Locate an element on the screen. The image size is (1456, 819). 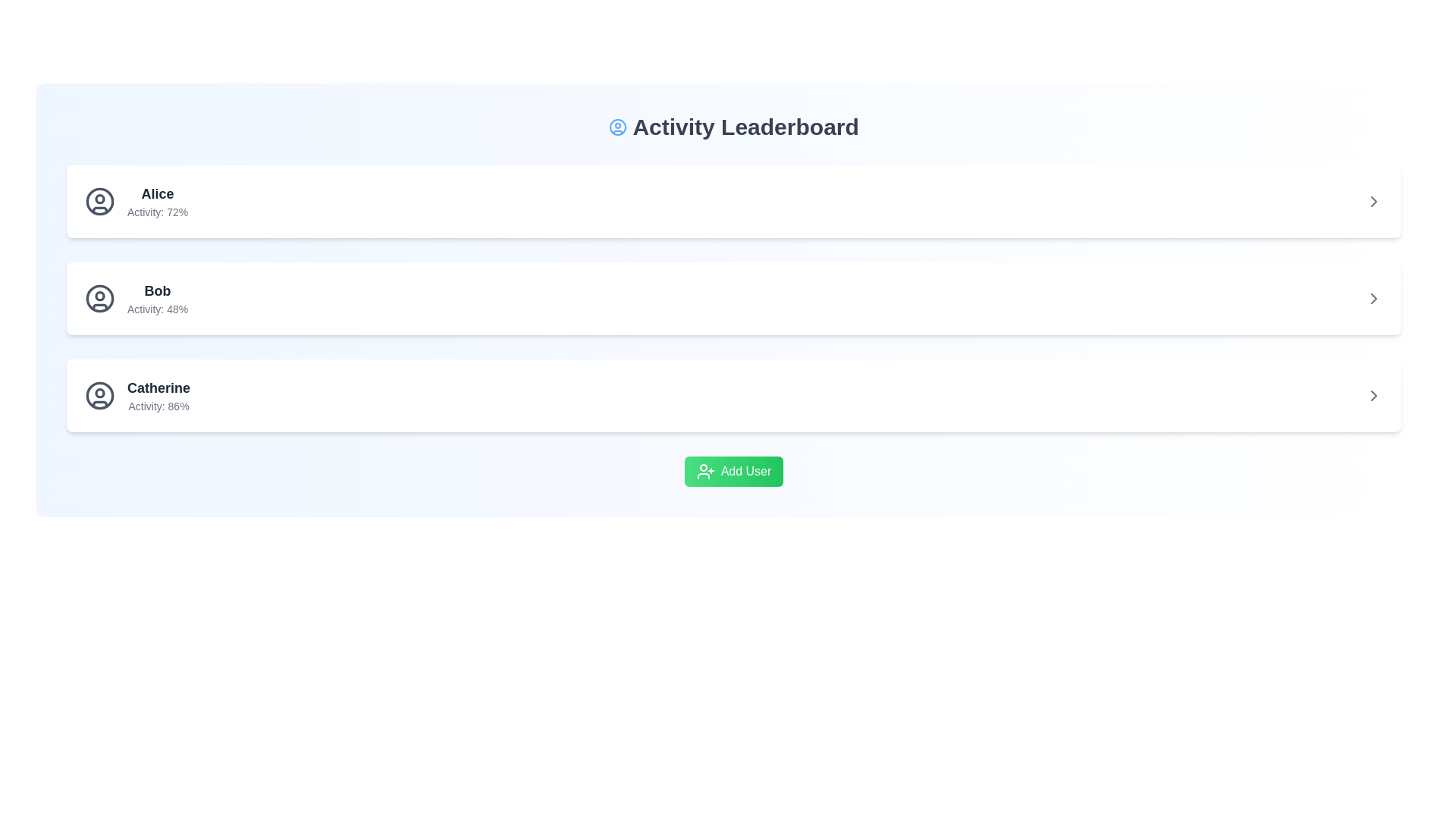
the row representing user 'Bob' in the 'Activity Leaderboard' is located at coordinates (734, 298).